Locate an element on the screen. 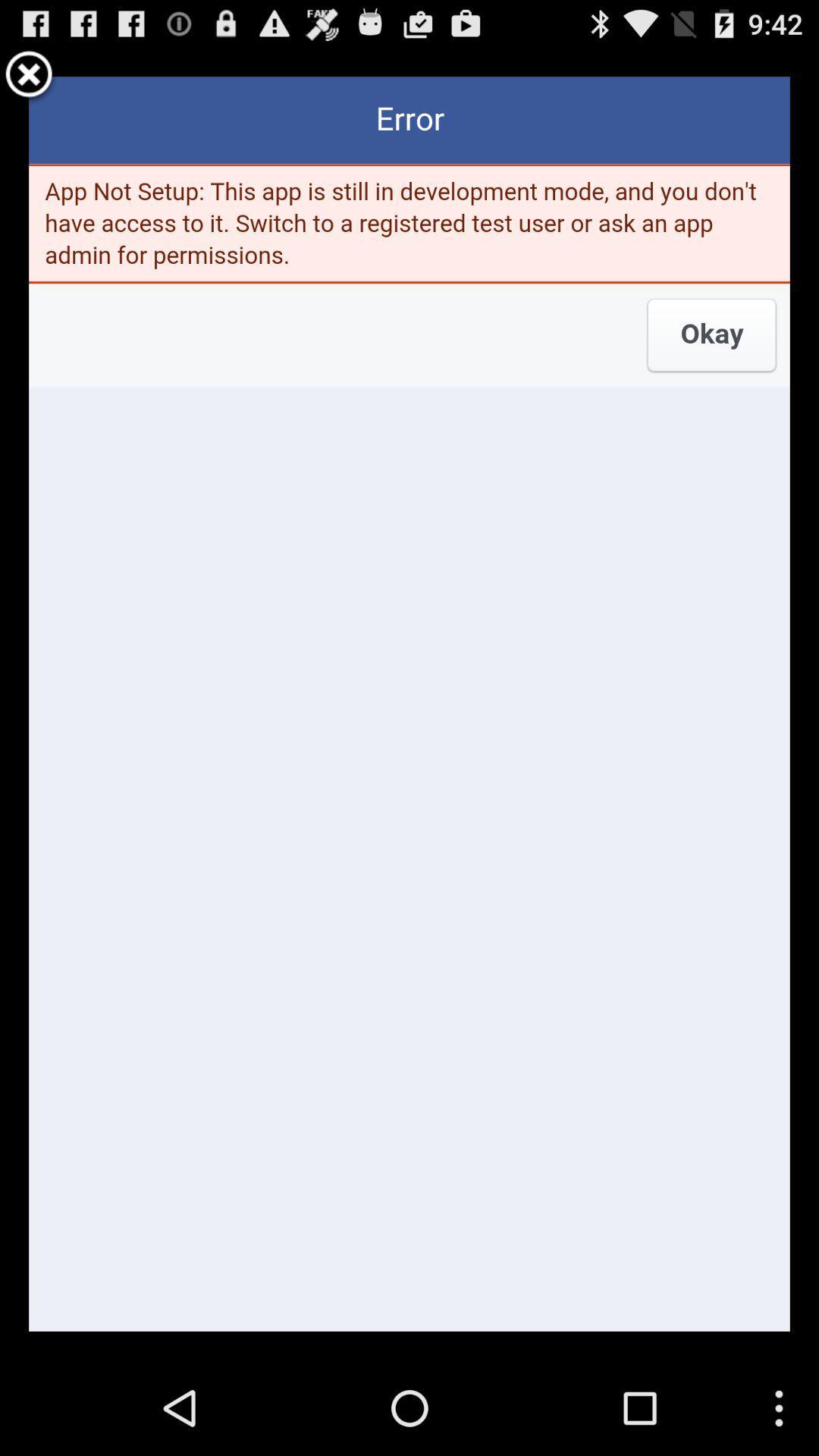 This screenshot has height=1456, width=819. error simpol is located at coordinates (29, 76).